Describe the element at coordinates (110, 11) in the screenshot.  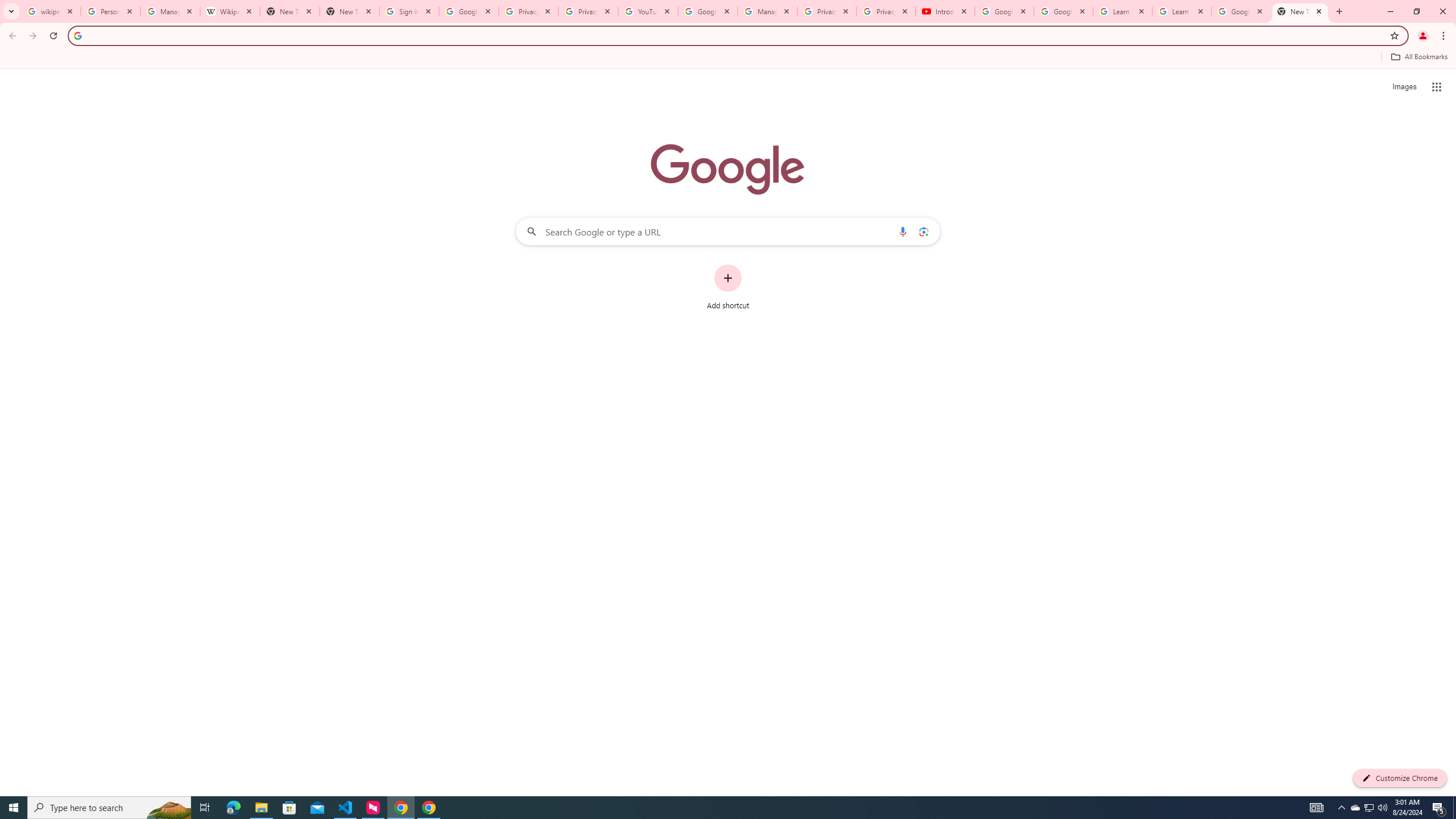
I see `'Personalization & Google Search results - Google Search Help'` at that location.